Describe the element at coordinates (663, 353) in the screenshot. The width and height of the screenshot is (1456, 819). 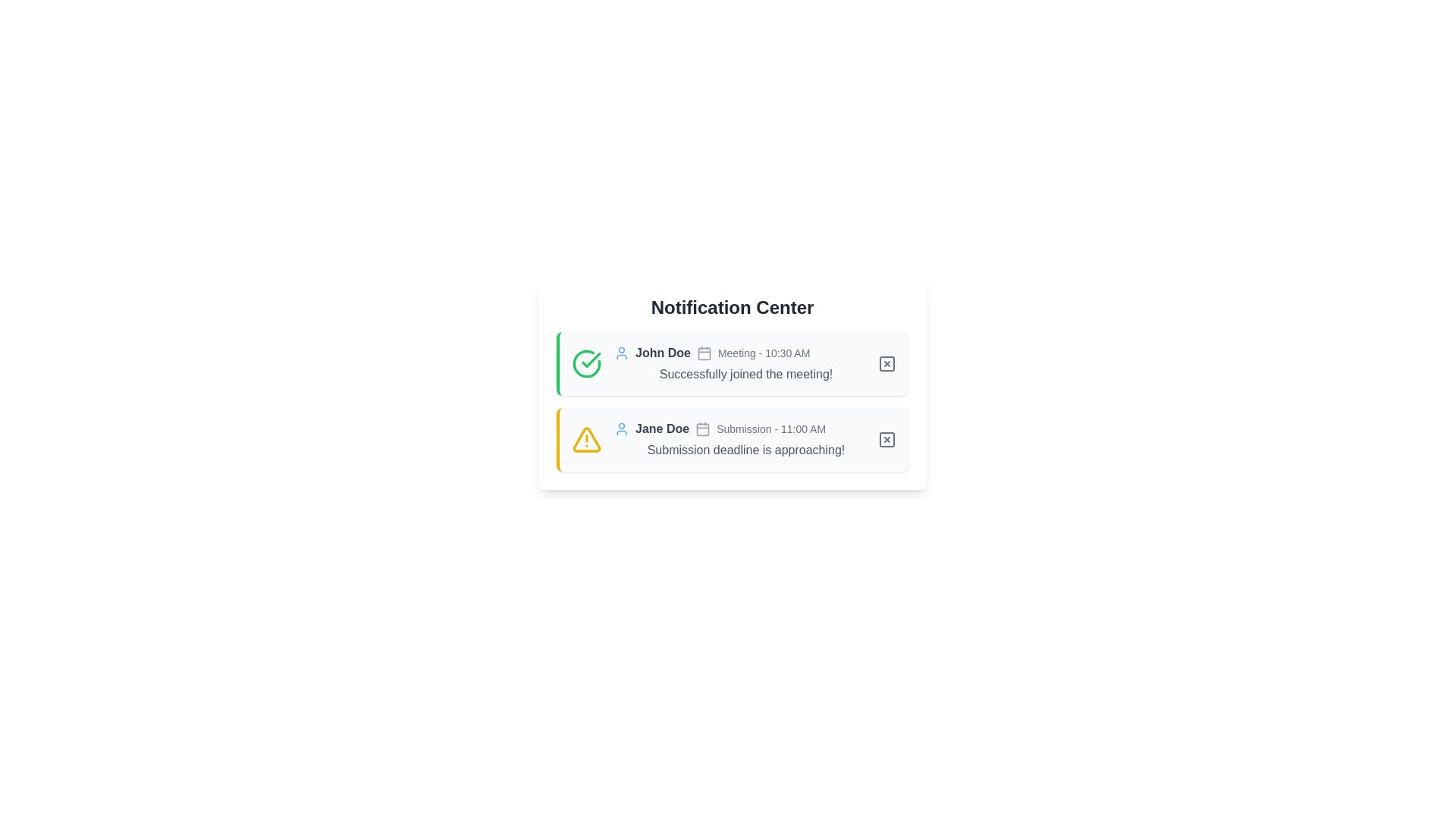
I see `the user name label in the first row of the notification list within the Notification Center, which is located between a user icon and a calendar icon` at that location.